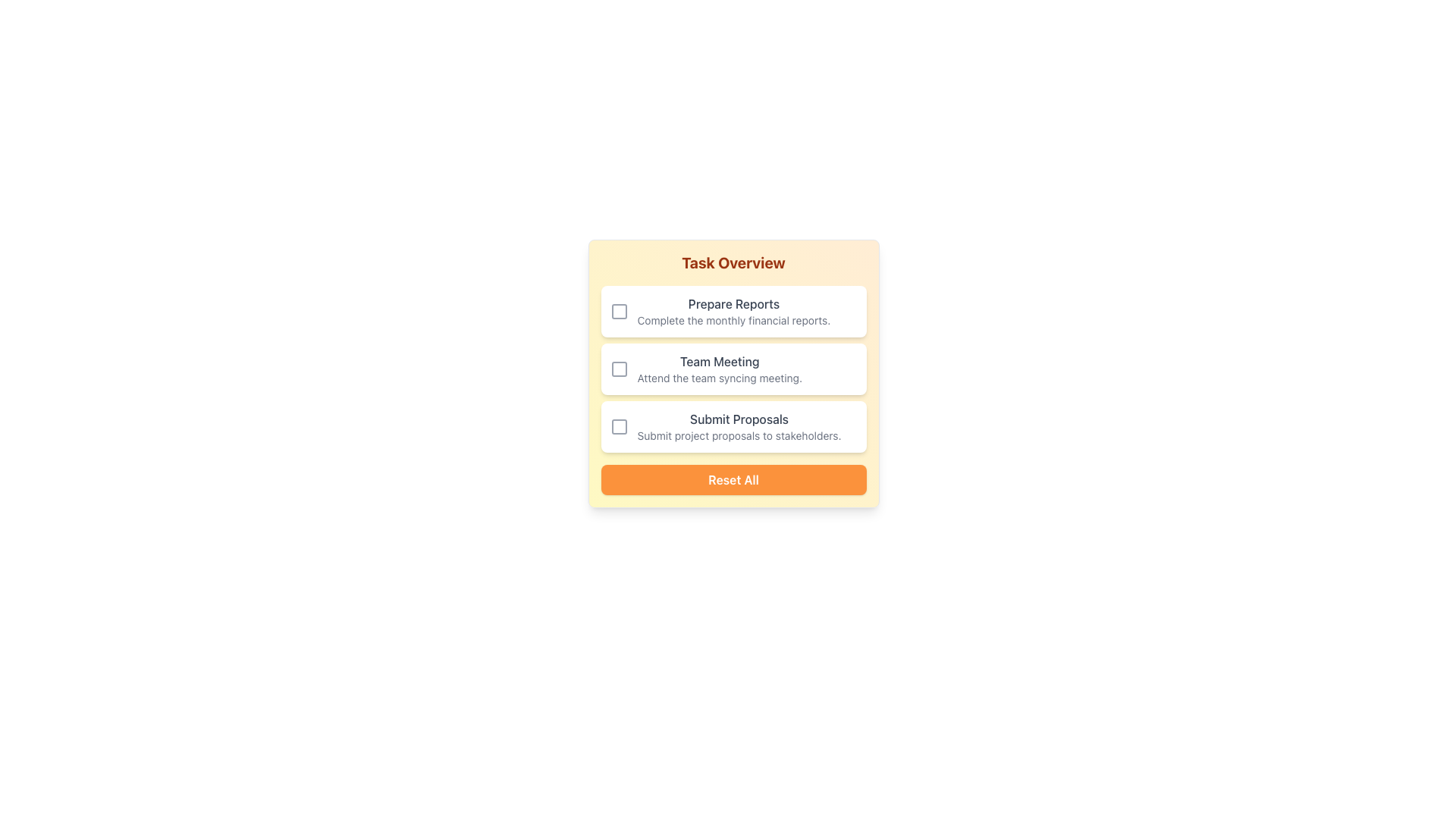 The width and height of the screenshot is (1456, 819). Describe the element at coordinates (619, 369) in the screenshot. I see `the first checkbox for the 'Team Meeting' task` at that location.